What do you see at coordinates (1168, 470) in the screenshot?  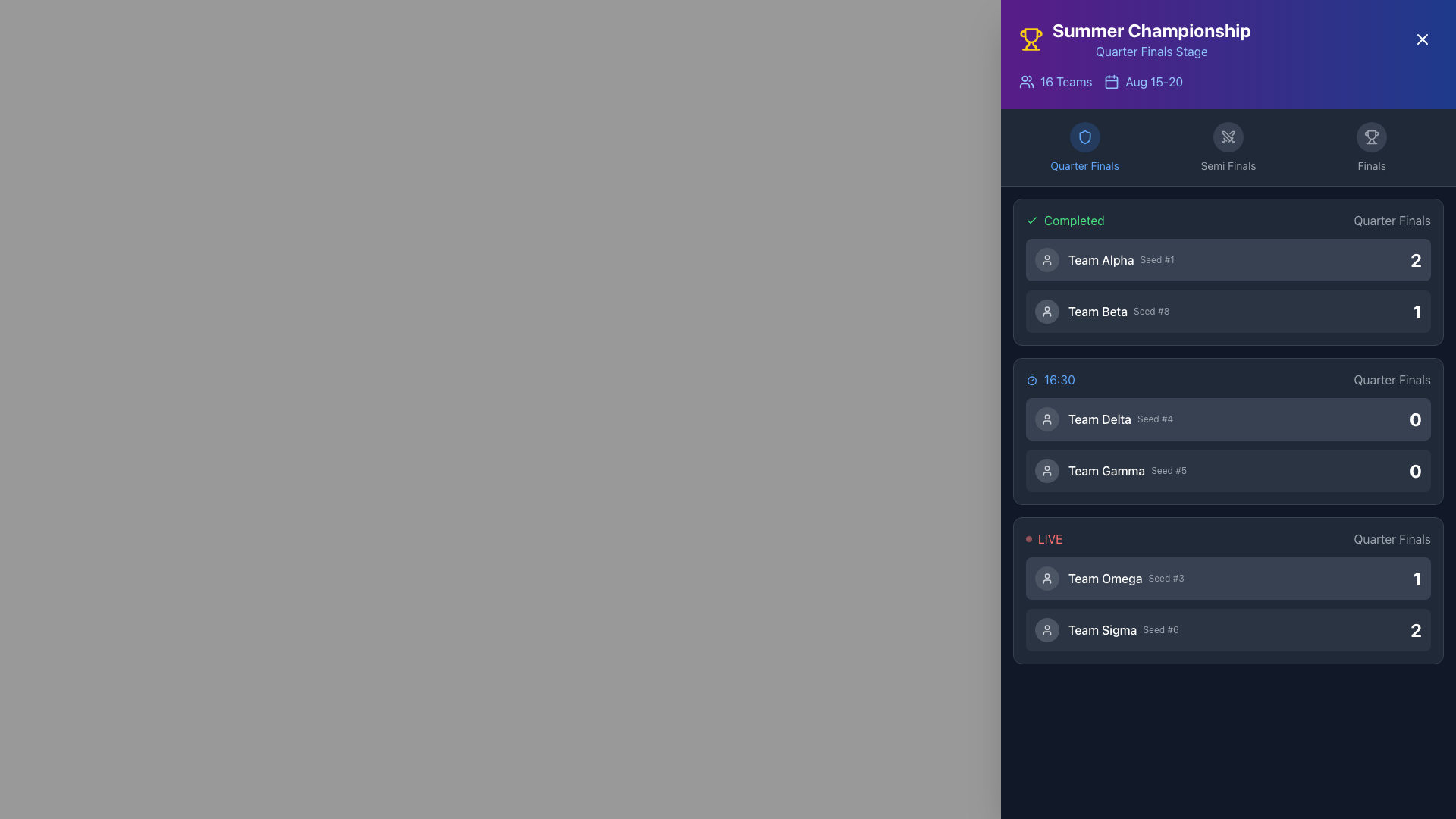 I see `contextual information provided by the text label indicating the seed ranking of 'Team Gamma' in the 'Quarter Finals' section` at bounding box center [1168, 470].